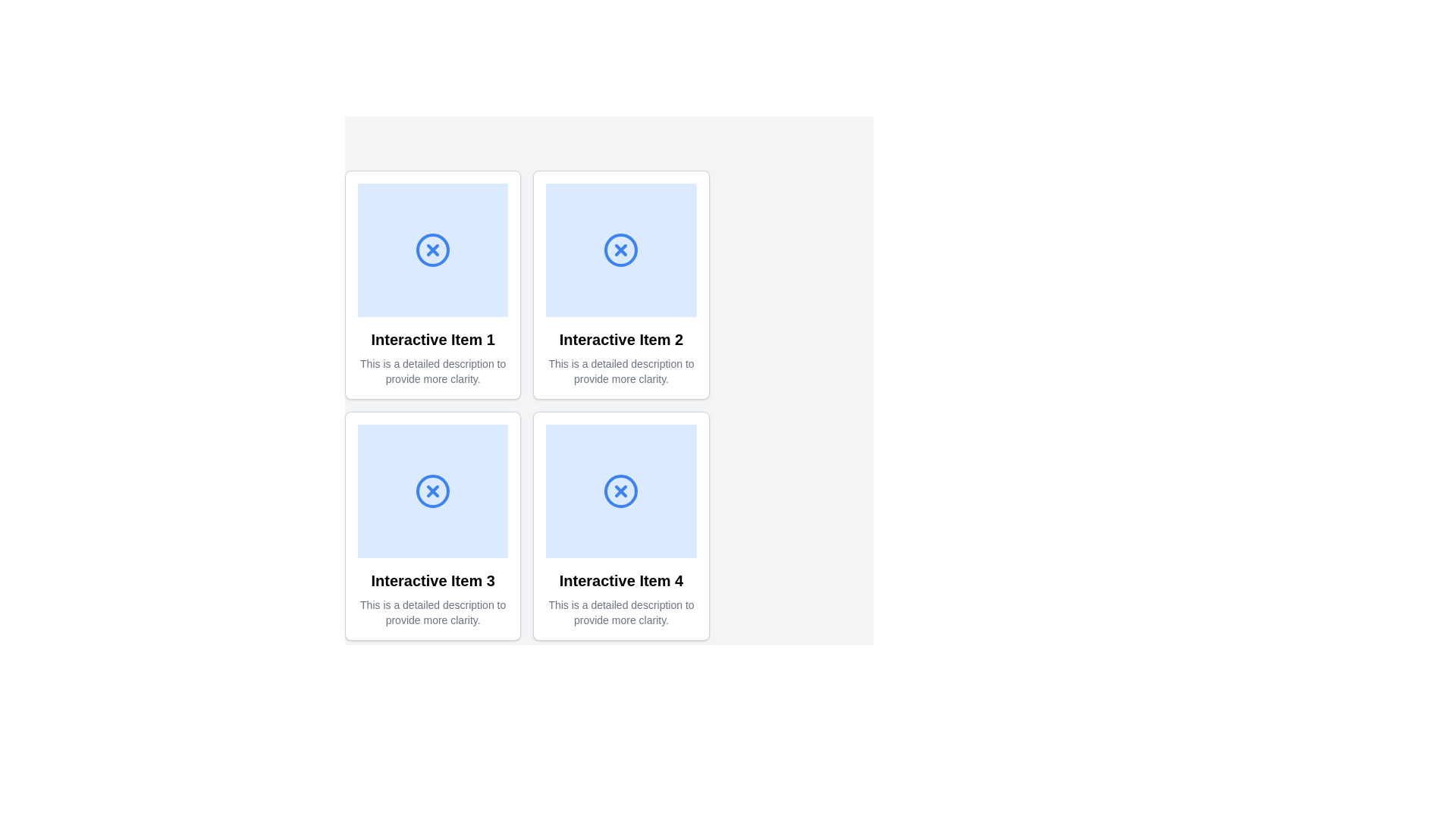 The image size is (1456, 819). What do you see at coordinates (432, 284) in the screenshot?
I see `the first card in the two-column grid located at the top-left position to interact with its informational content` at bounding box center [432, 284].